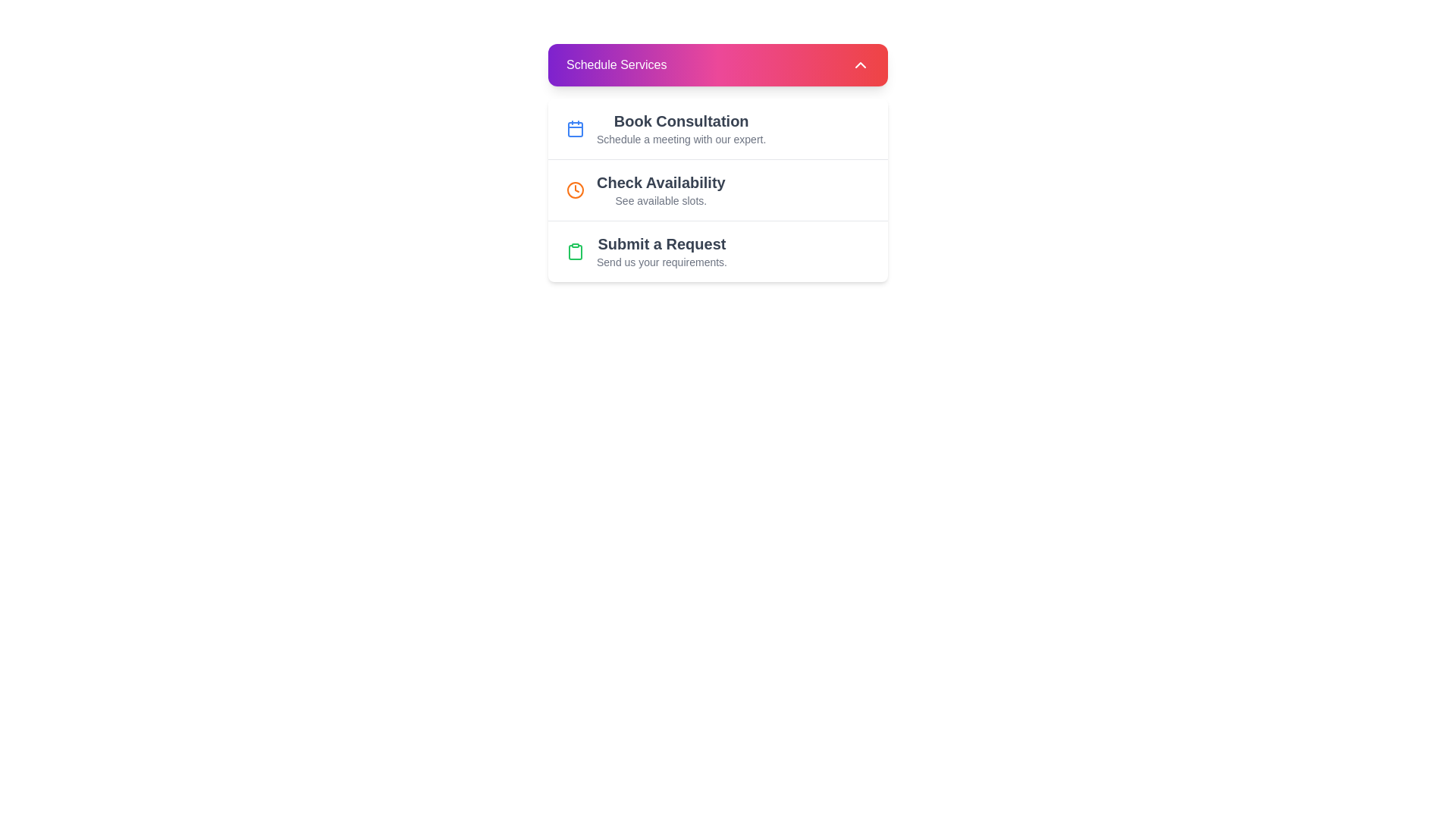 Image resolution: width=1456 pixels, height=819 pixels. I want to click on the upward-pointing chevron icon located in a red circular area on the right side of the 'Schedule Services' header, so click(860, 64).